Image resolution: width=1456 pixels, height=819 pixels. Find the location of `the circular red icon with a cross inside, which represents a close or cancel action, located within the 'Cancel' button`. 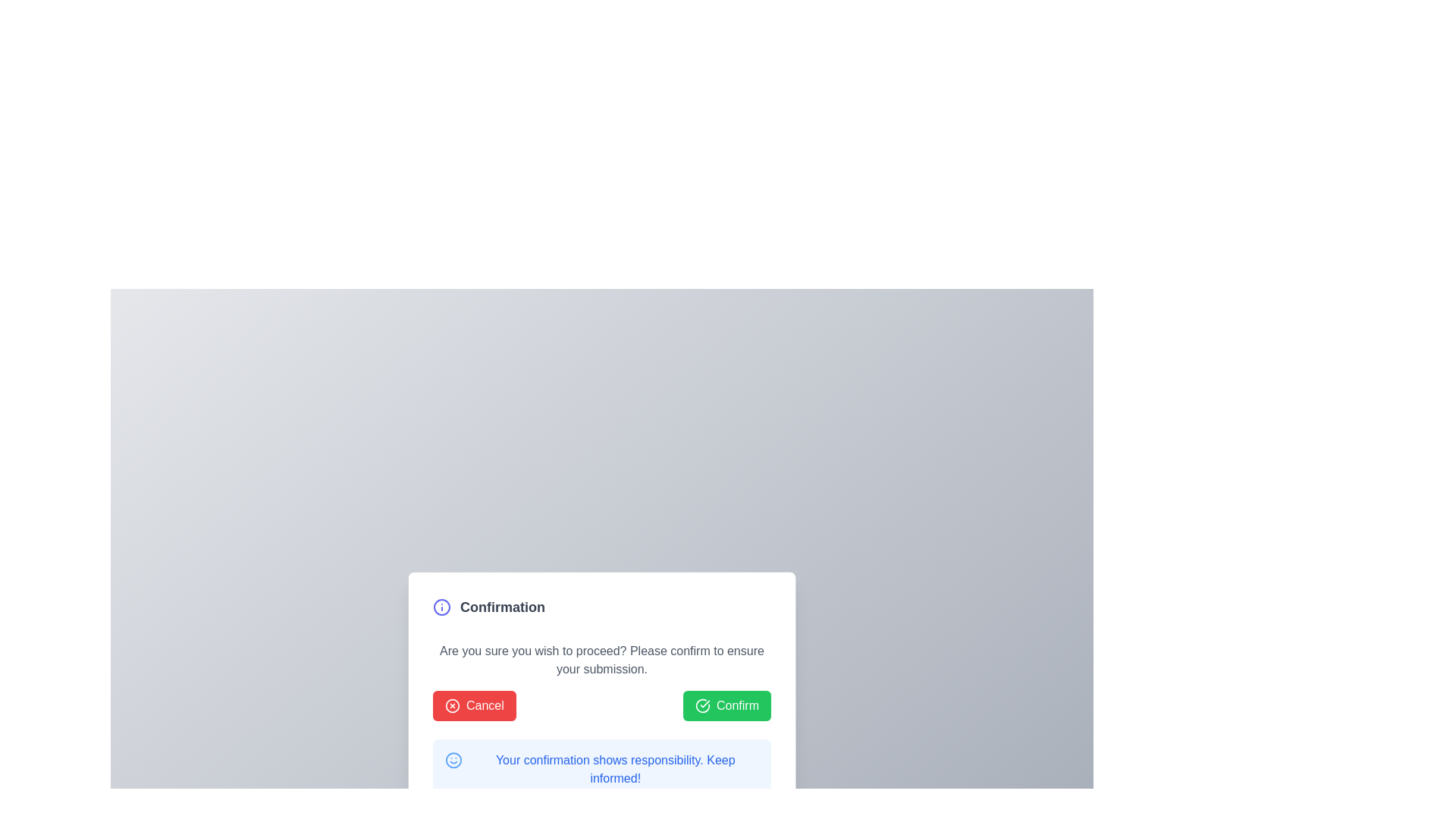

the circular red icon with a cross inside, which represents a close or cancel action, located within the 'Cancel' button is located at coordinates (451, 705).